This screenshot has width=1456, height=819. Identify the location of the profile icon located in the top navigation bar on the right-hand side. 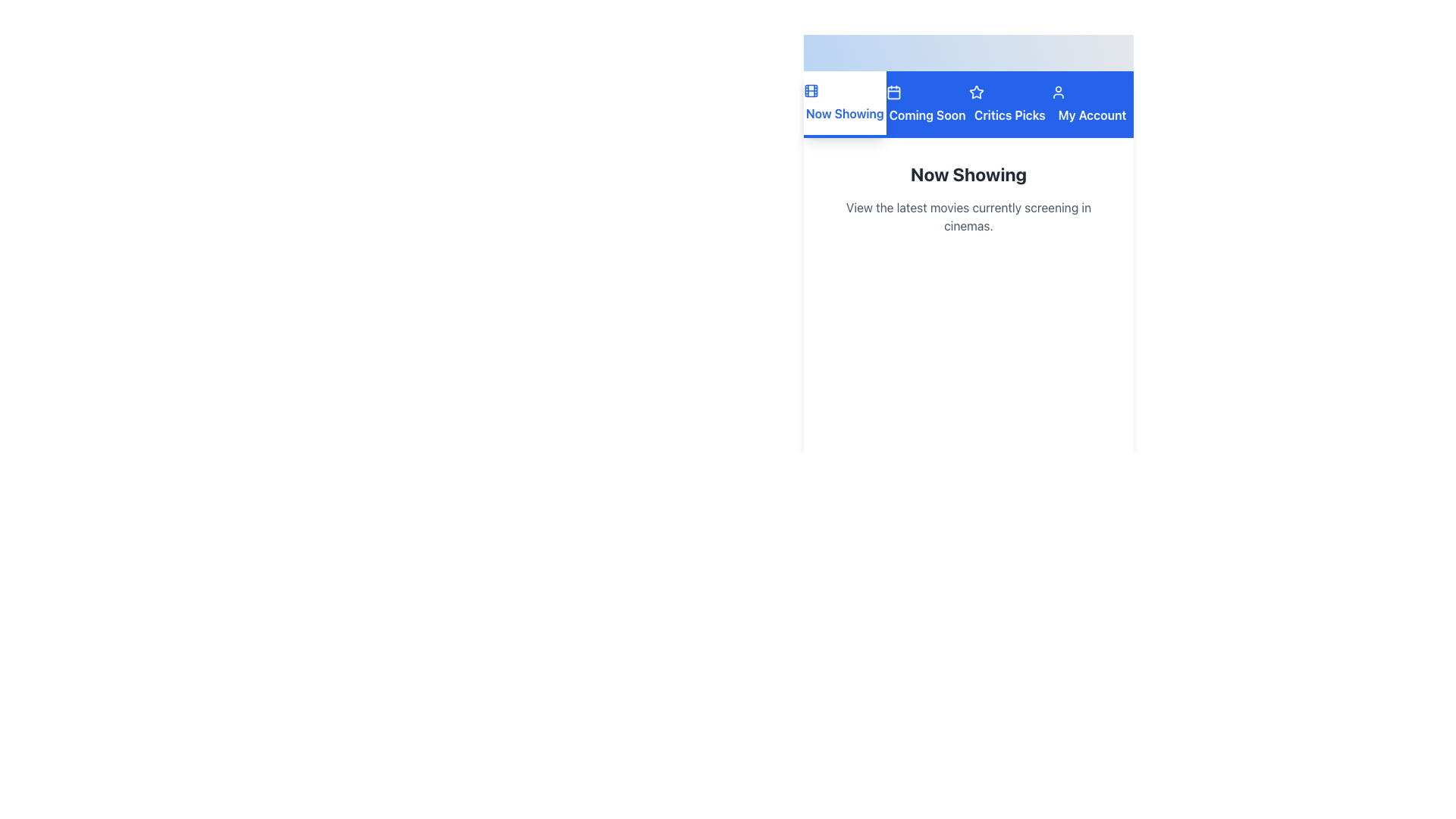
(1058, 93).